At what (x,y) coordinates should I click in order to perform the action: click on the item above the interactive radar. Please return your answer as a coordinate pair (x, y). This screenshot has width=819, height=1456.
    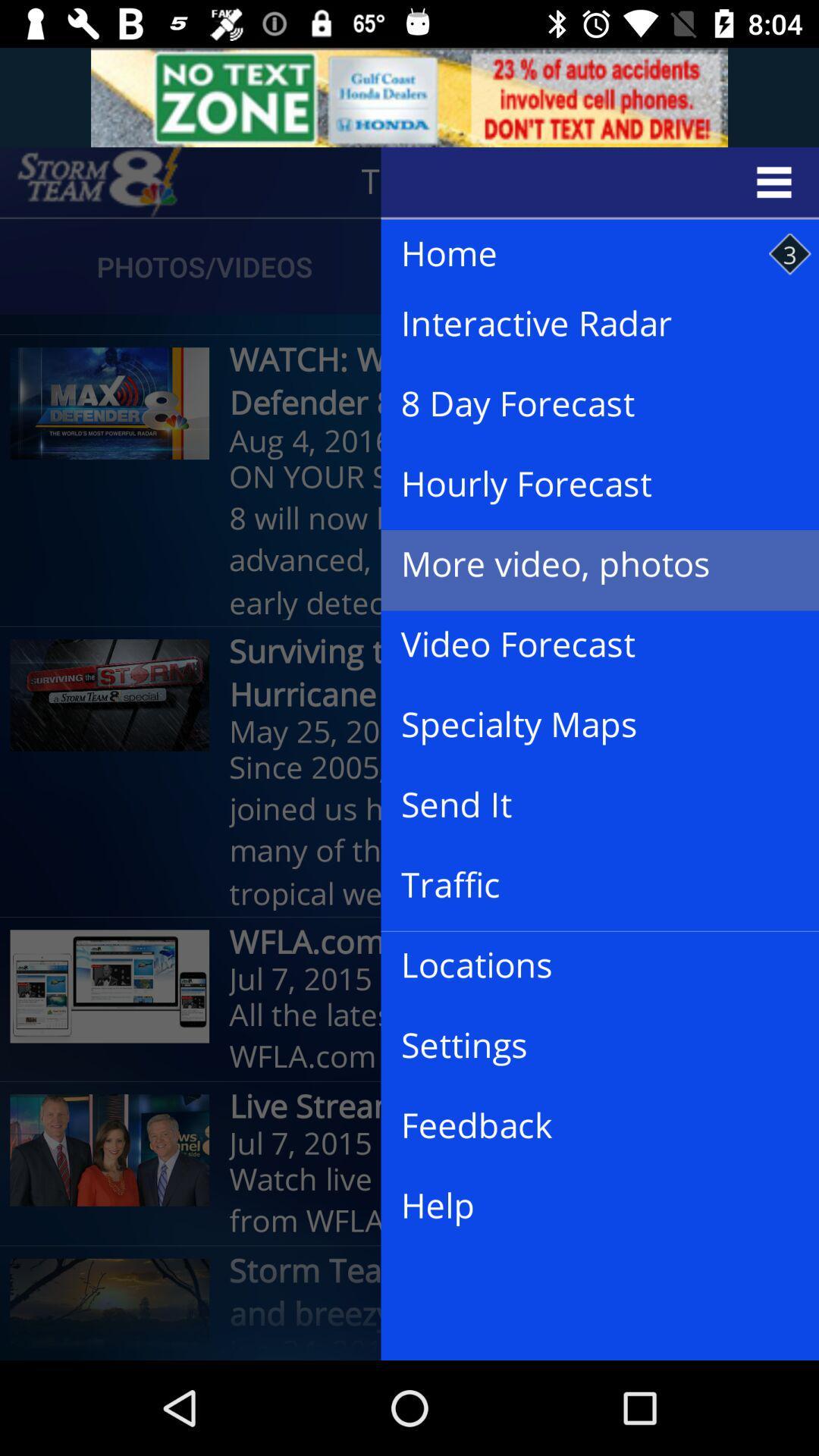
    Looking at the image, I should click on (584, 254).